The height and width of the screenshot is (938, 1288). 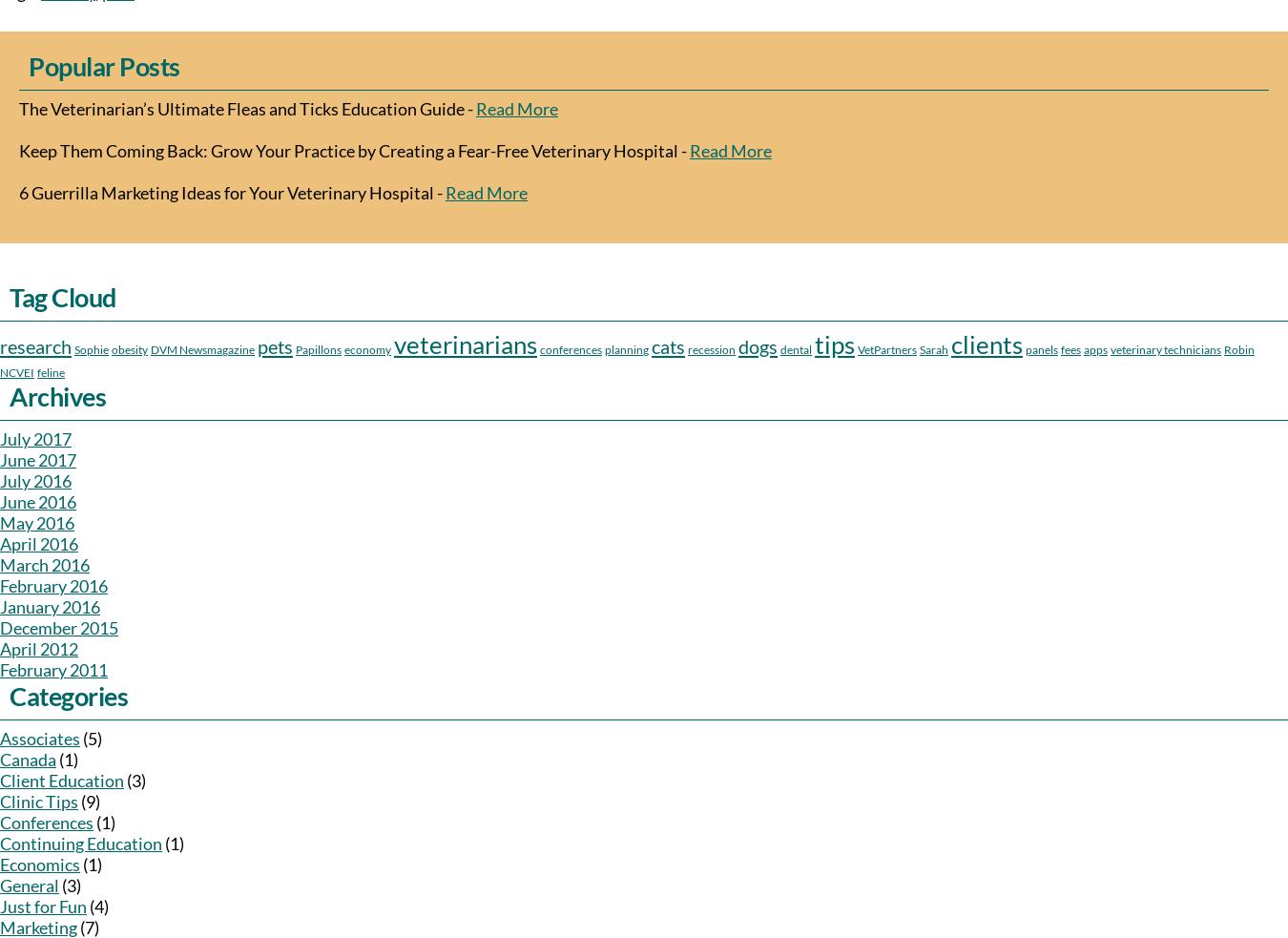 What do you see at coordinates (57, 627) in the screenshot?
I see `'December 2015'` at bounding box center [57, 627].